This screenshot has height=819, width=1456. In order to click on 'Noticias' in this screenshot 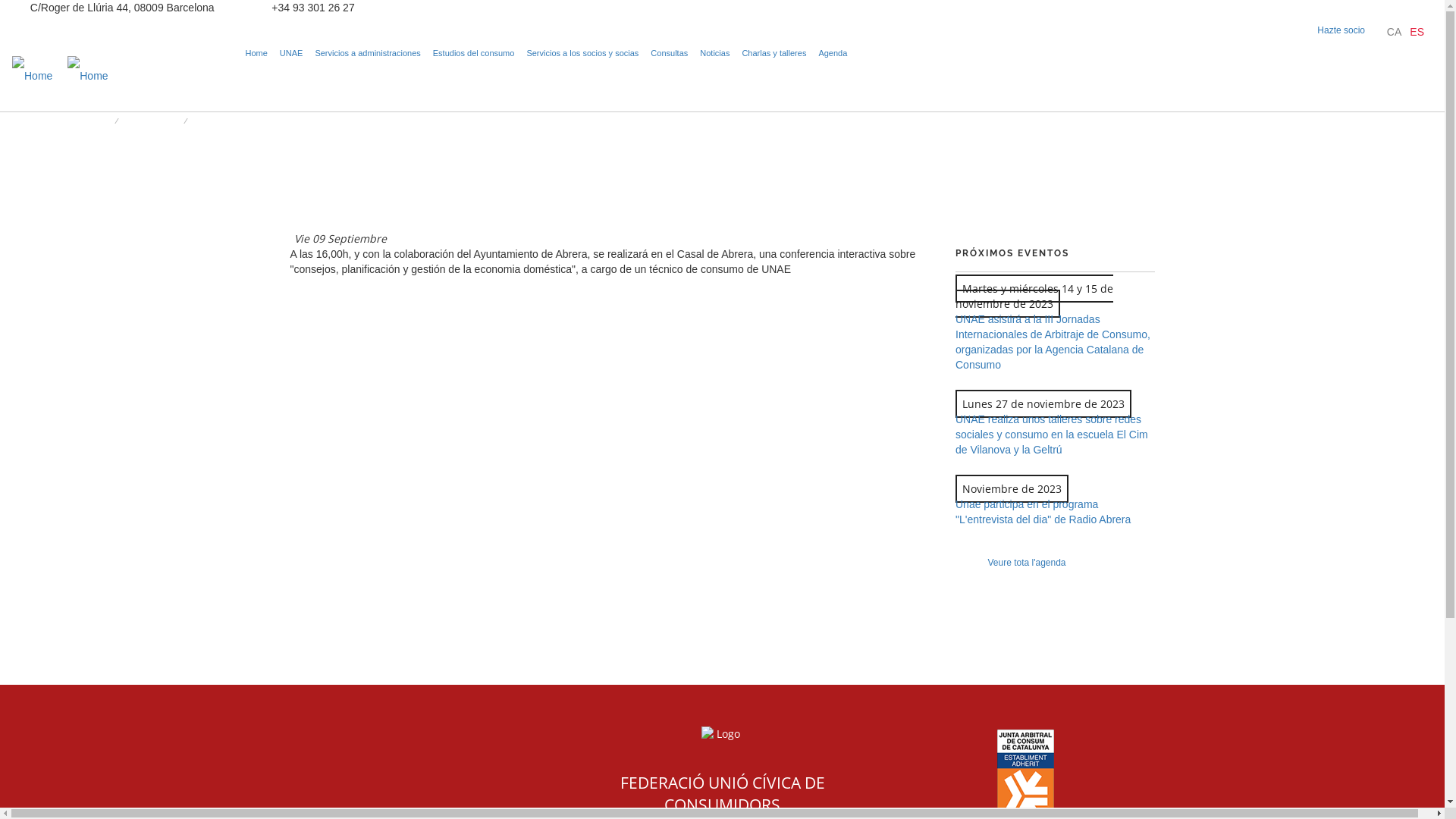, I will do `click(714, 52)`.